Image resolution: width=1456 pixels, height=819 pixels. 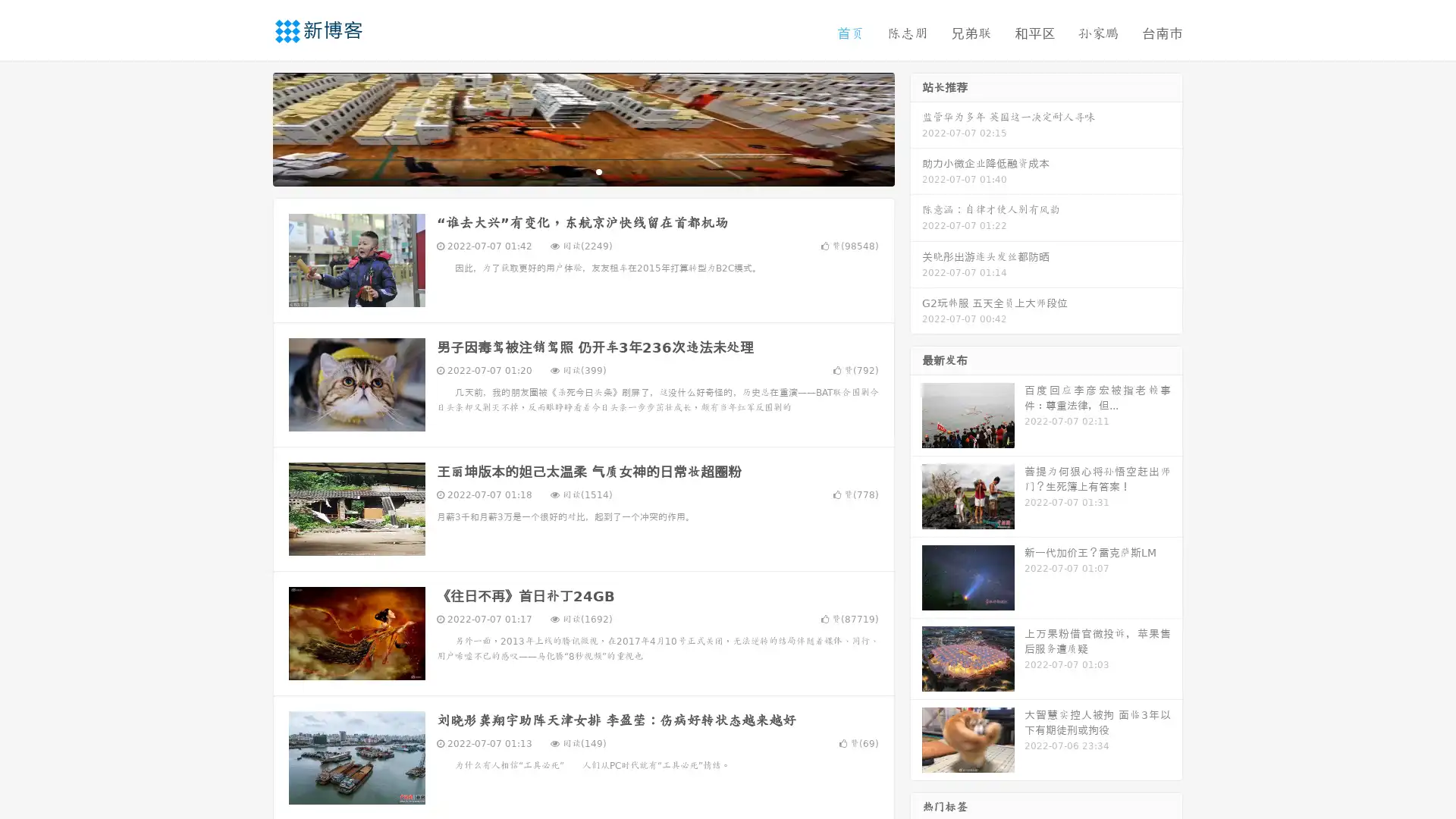 I want to click on Go to slide 3, so click(x=598, y=171).